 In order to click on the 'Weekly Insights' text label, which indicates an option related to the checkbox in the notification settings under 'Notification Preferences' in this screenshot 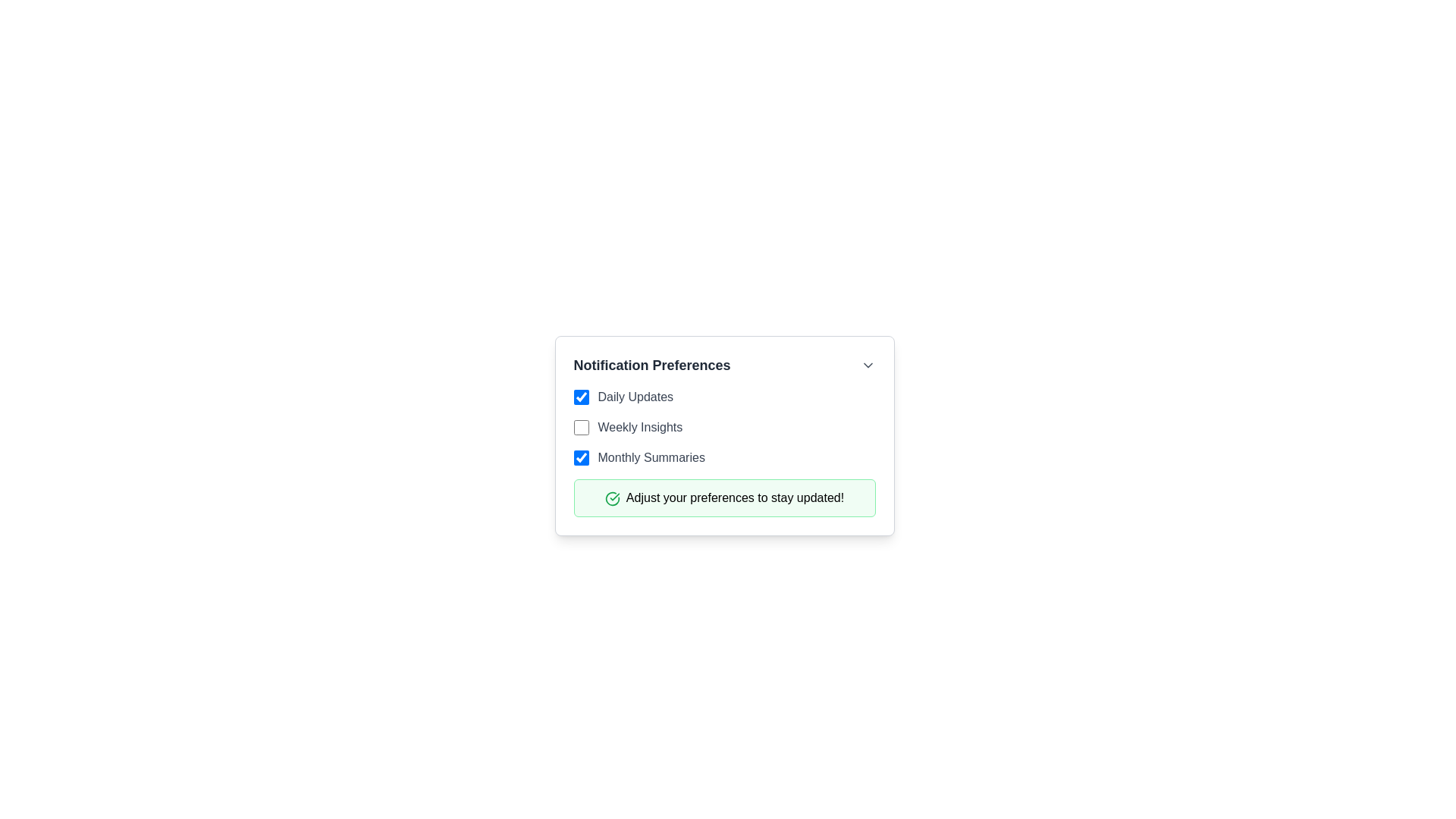, I will do `click(640, 427)`.